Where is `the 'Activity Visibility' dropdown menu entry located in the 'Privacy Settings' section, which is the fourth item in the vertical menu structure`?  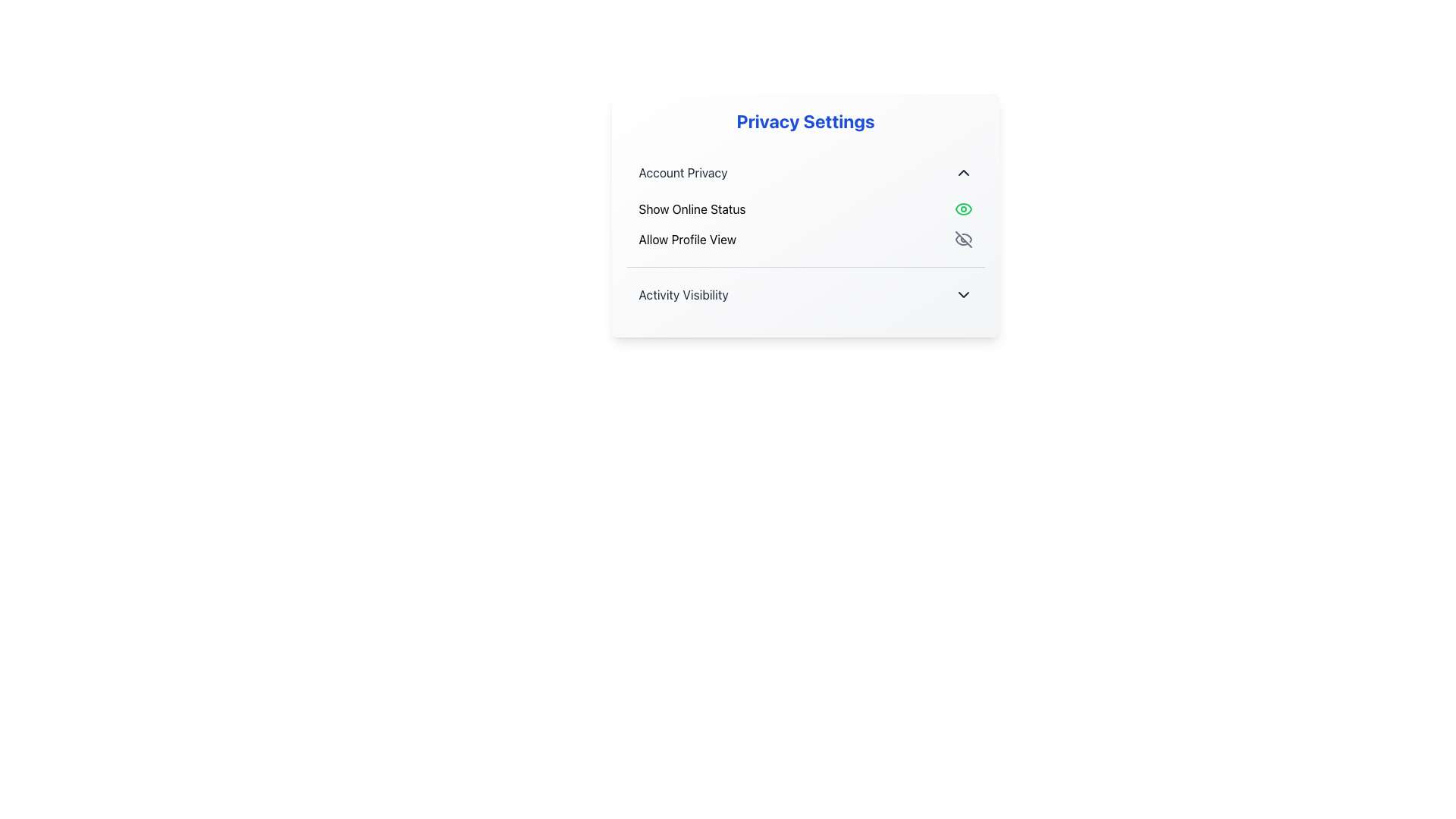 the 'Activity Visibility' dropdown menu entry located in the 'Privacy Settings' section, which is the fourth item in the vertical menu structure is located at coordinates (805, 294).